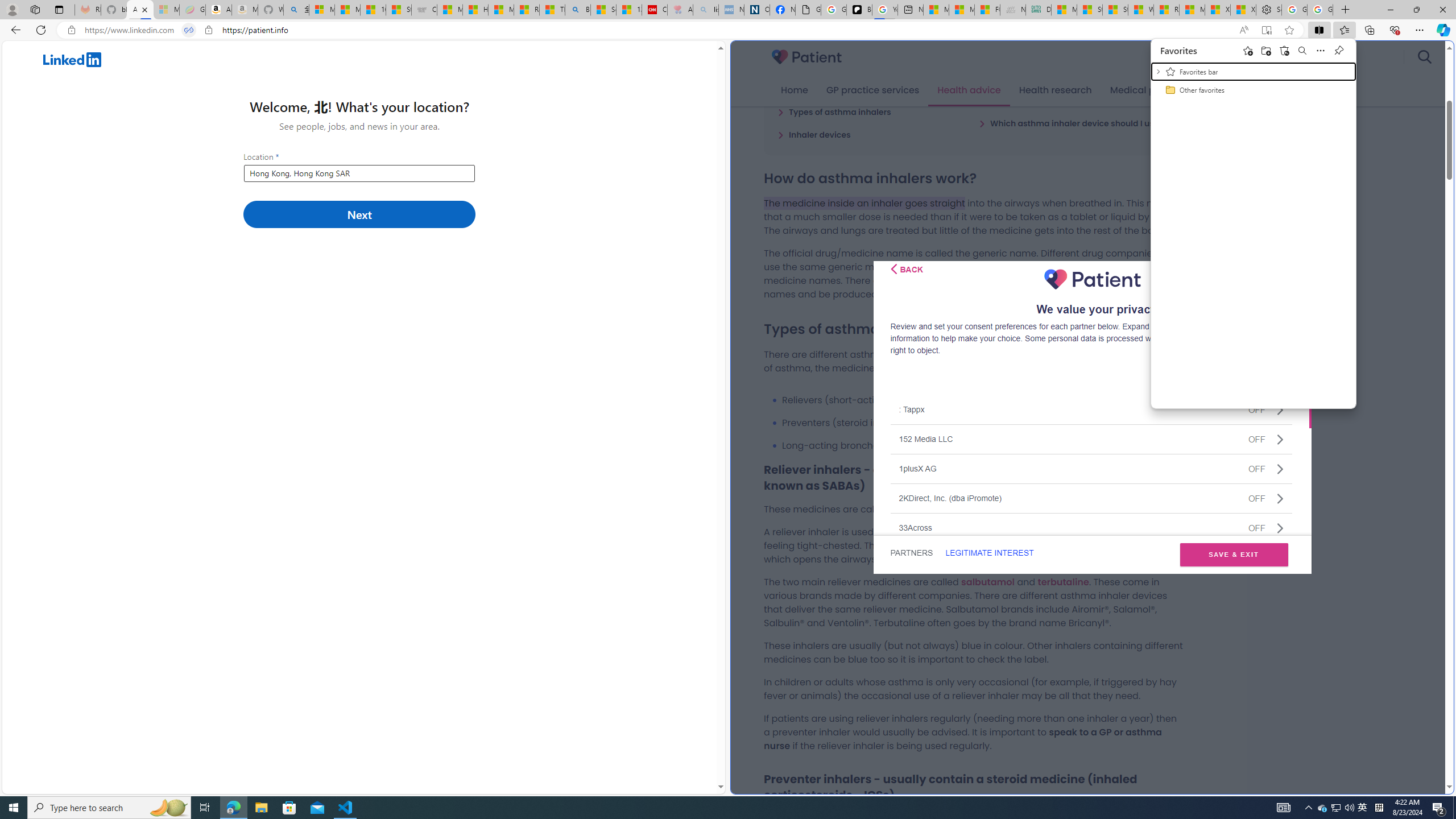  Describe the element at coordinates (988, 553) in the screenshot. I see `'LEGITIMATE INTEREST'` at that location.